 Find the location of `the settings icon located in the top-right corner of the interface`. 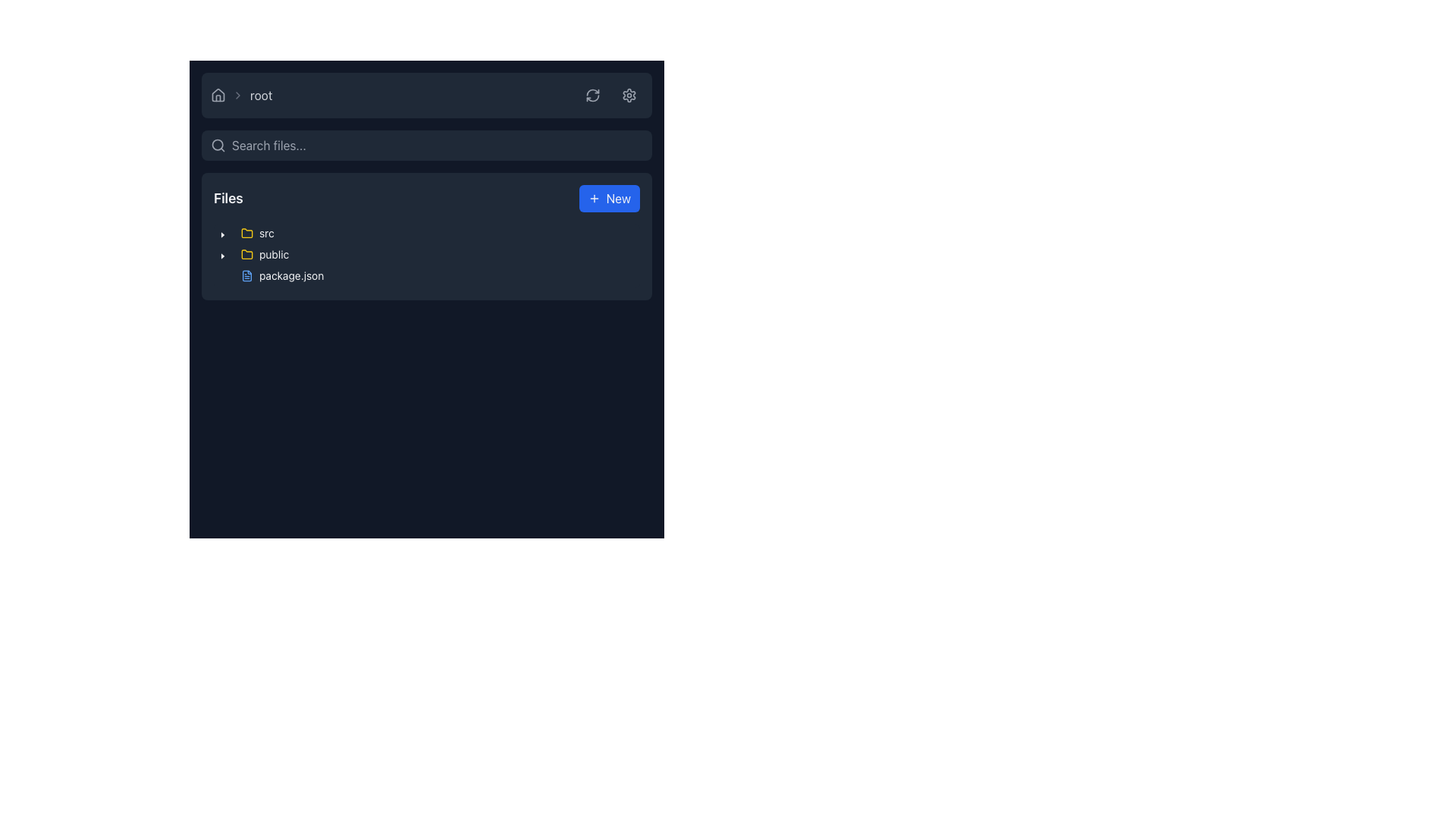

the settings icon located in the top-right corner of the interface is located at coordinates (629, 94).